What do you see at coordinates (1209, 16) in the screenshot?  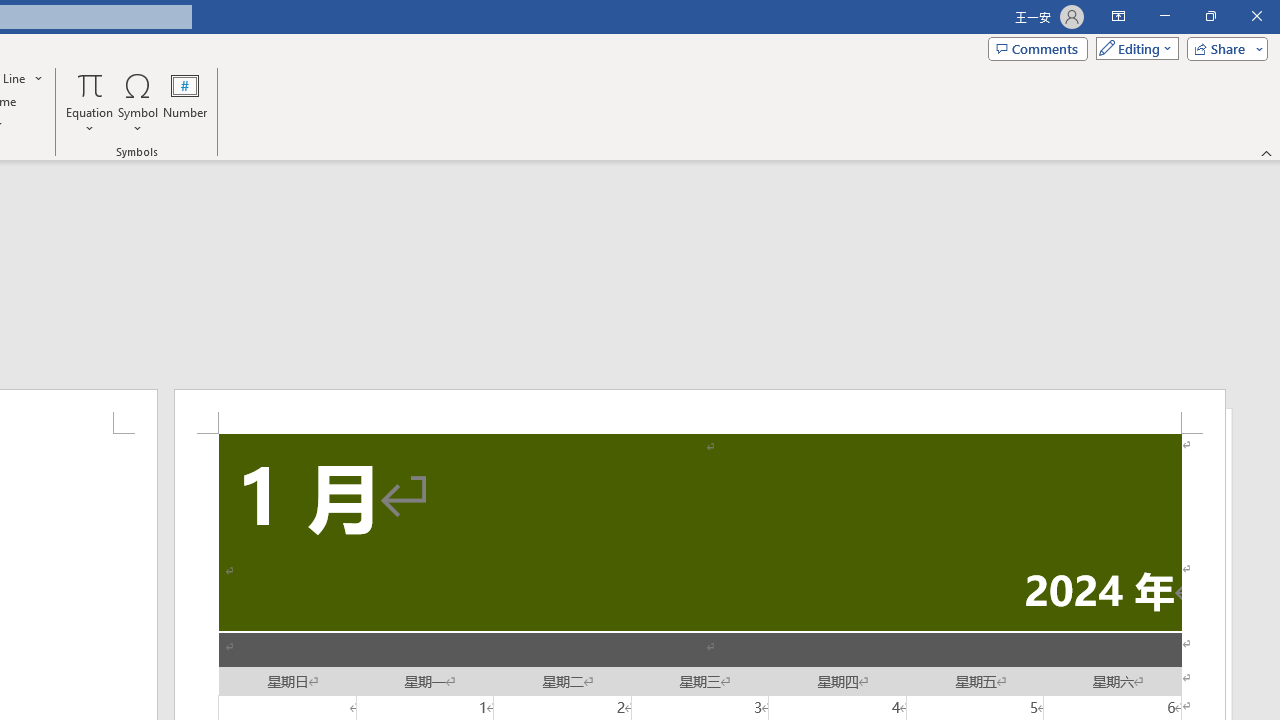 I see `'Restore Down'` at bounding box center [1209, 16].